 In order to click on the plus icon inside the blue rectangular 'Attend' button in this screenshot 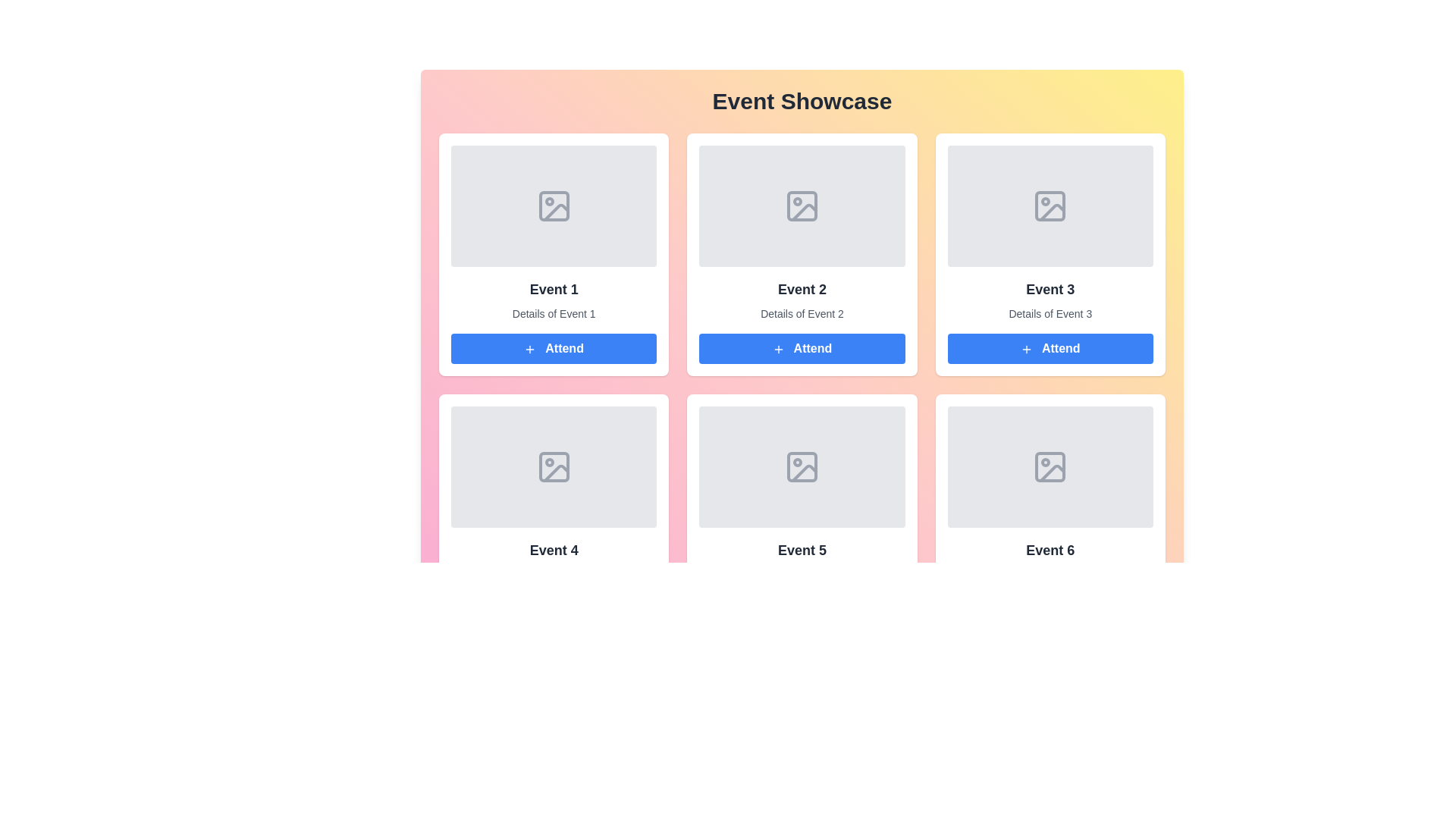, I will do `click(530, 349)`.